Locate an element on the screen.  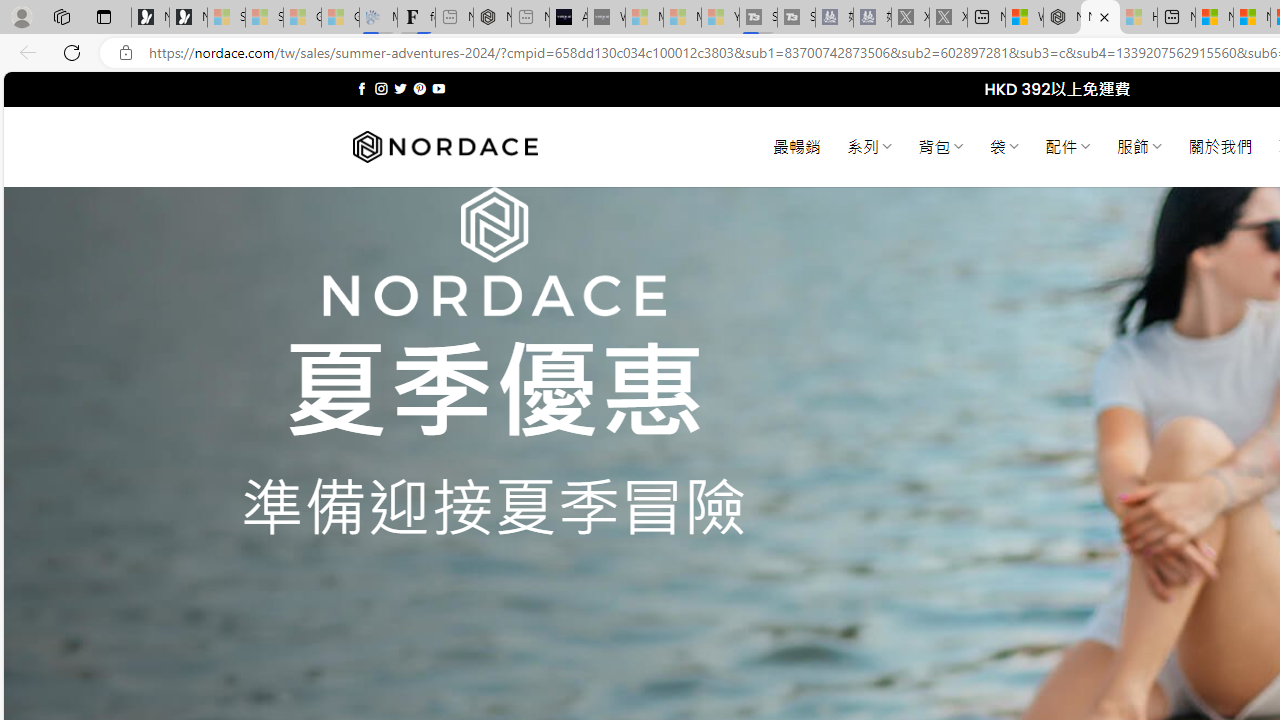
'Microsoft Start - Sleeping' is located at coordinates (682, 17).